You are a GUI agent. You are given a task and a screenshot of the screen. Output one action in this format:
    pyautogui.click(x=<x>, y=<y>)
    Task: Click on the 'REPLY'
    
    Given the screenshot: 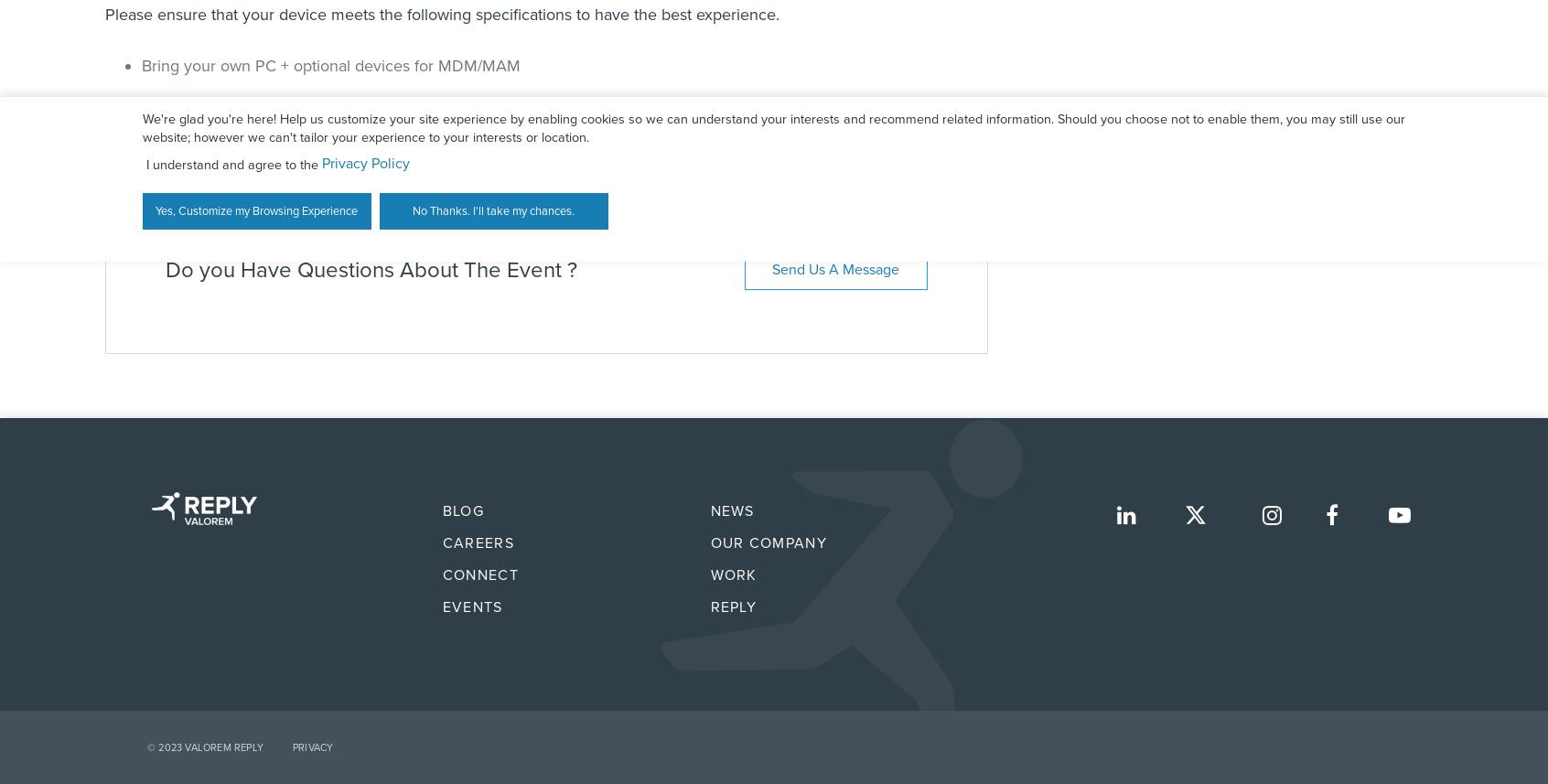 What is the action you would take?
    pyautogui.click(x=733, y=607)
    